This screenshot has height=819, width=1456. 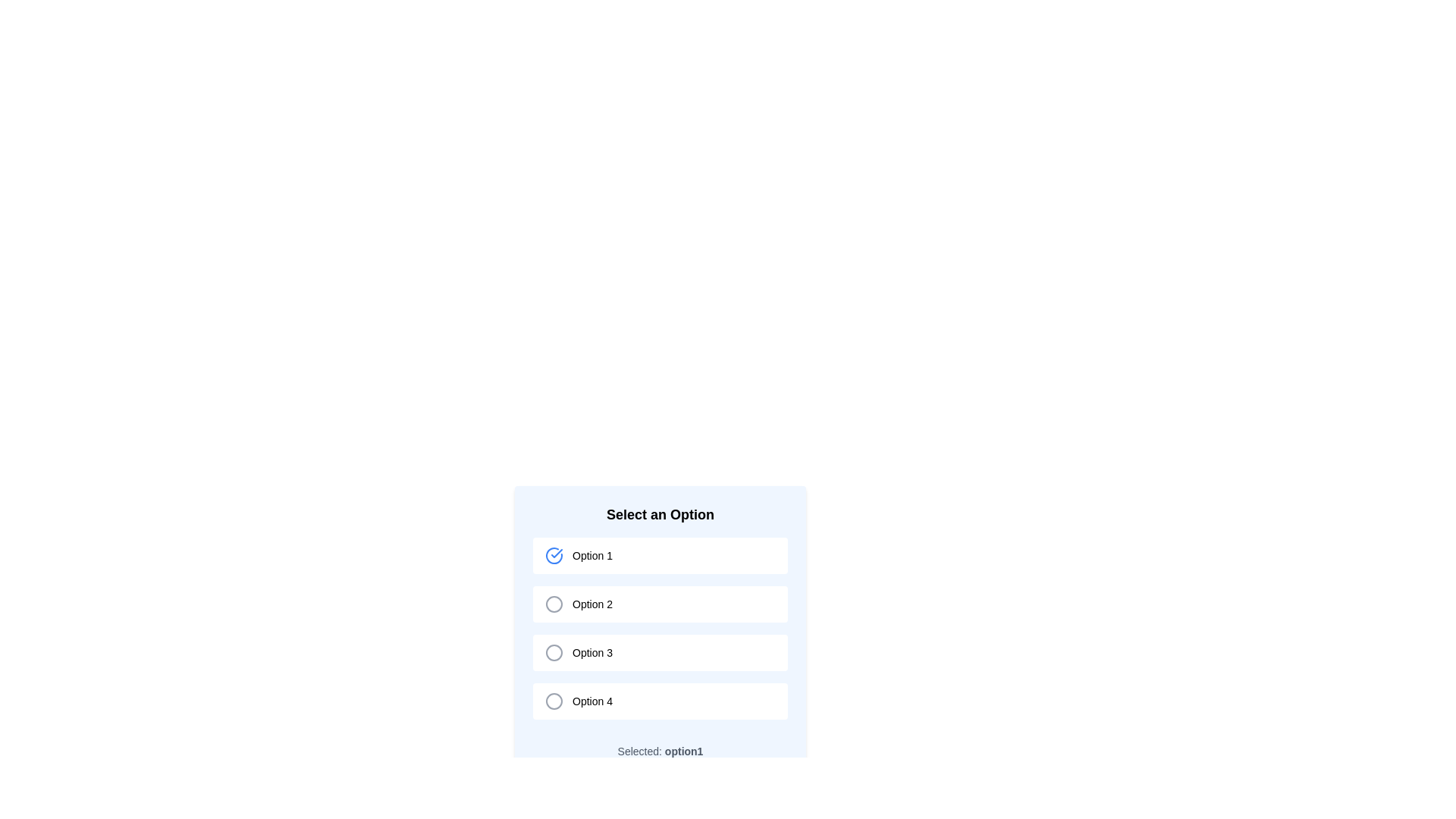 I want to click on the static text element displaying 'option1', which is part of the line 'Selected: option1' at the bottom of a light blue panel, so click(x=683, y=752).